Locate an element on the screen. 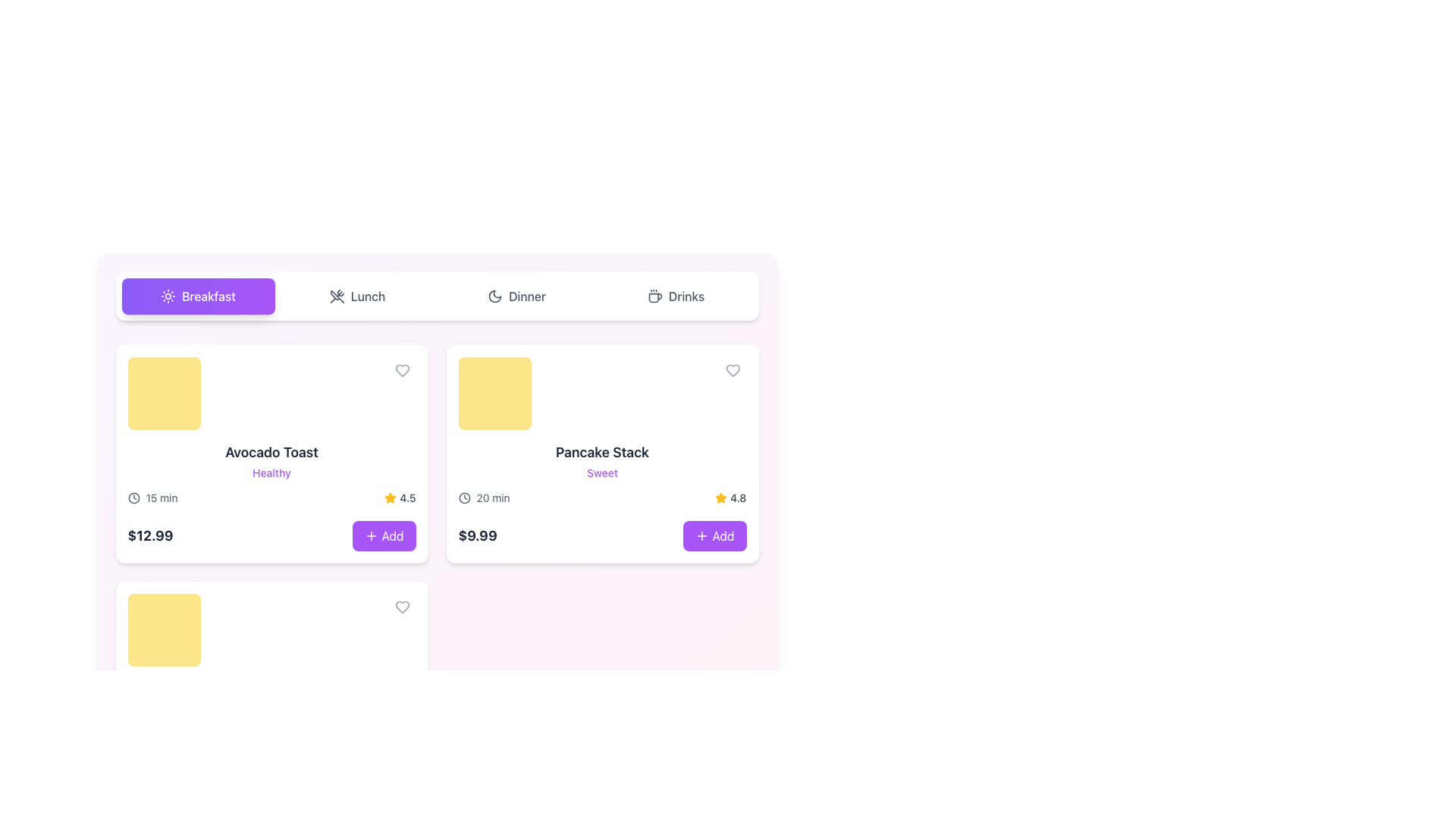 The height and width of the screenshot is (819, 1456). the interactive card titled 'Avocado Toast' with a yellow image placeholder at the top-left corner is located at coordinates (271, 453).